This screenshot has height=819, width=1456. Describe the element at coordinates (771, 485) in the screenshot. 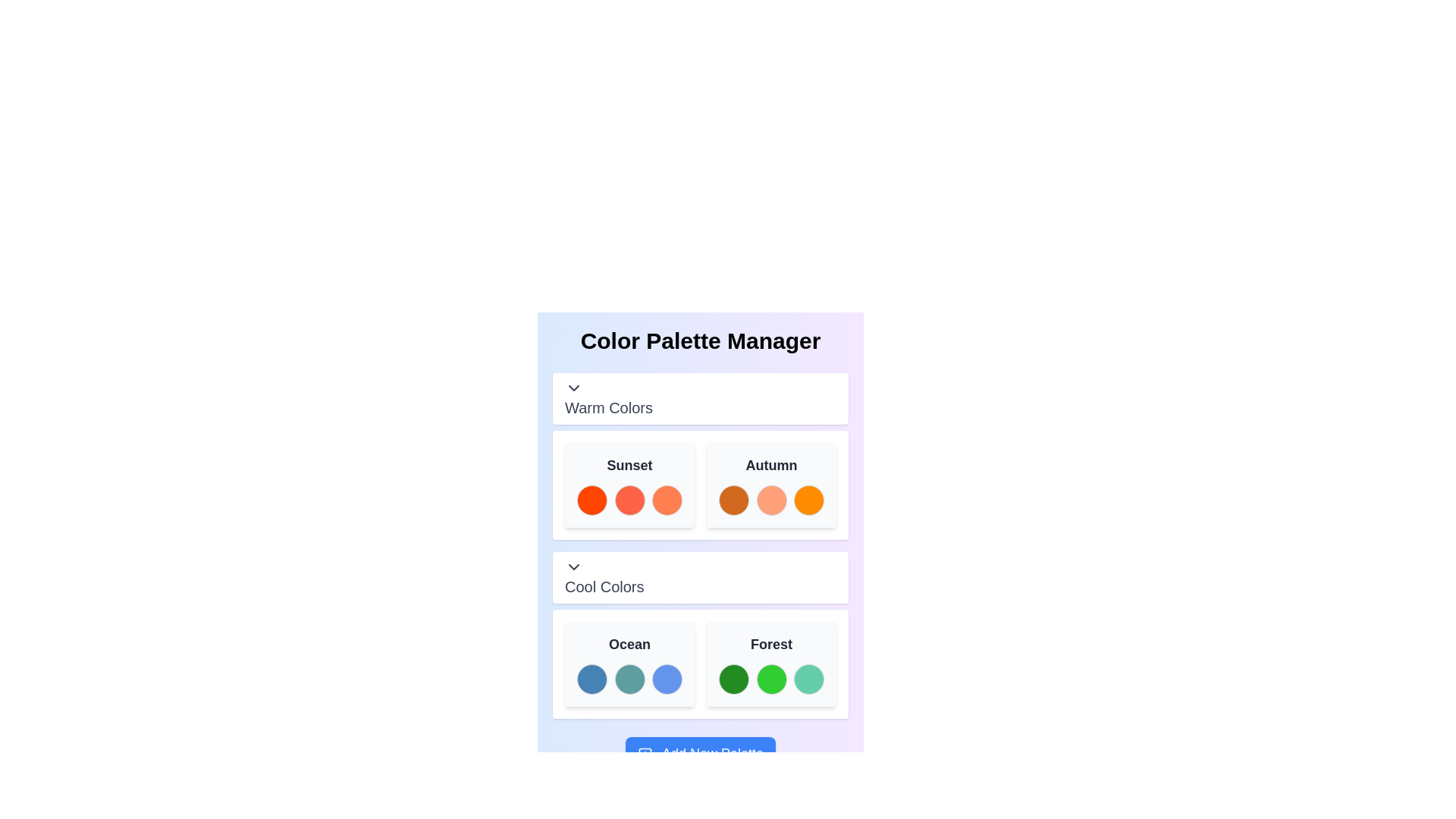

I see `the 'Autumn' color palette tile located in the lower right corner of the 'Warm Colors' group for reordering within the interface` at that location.